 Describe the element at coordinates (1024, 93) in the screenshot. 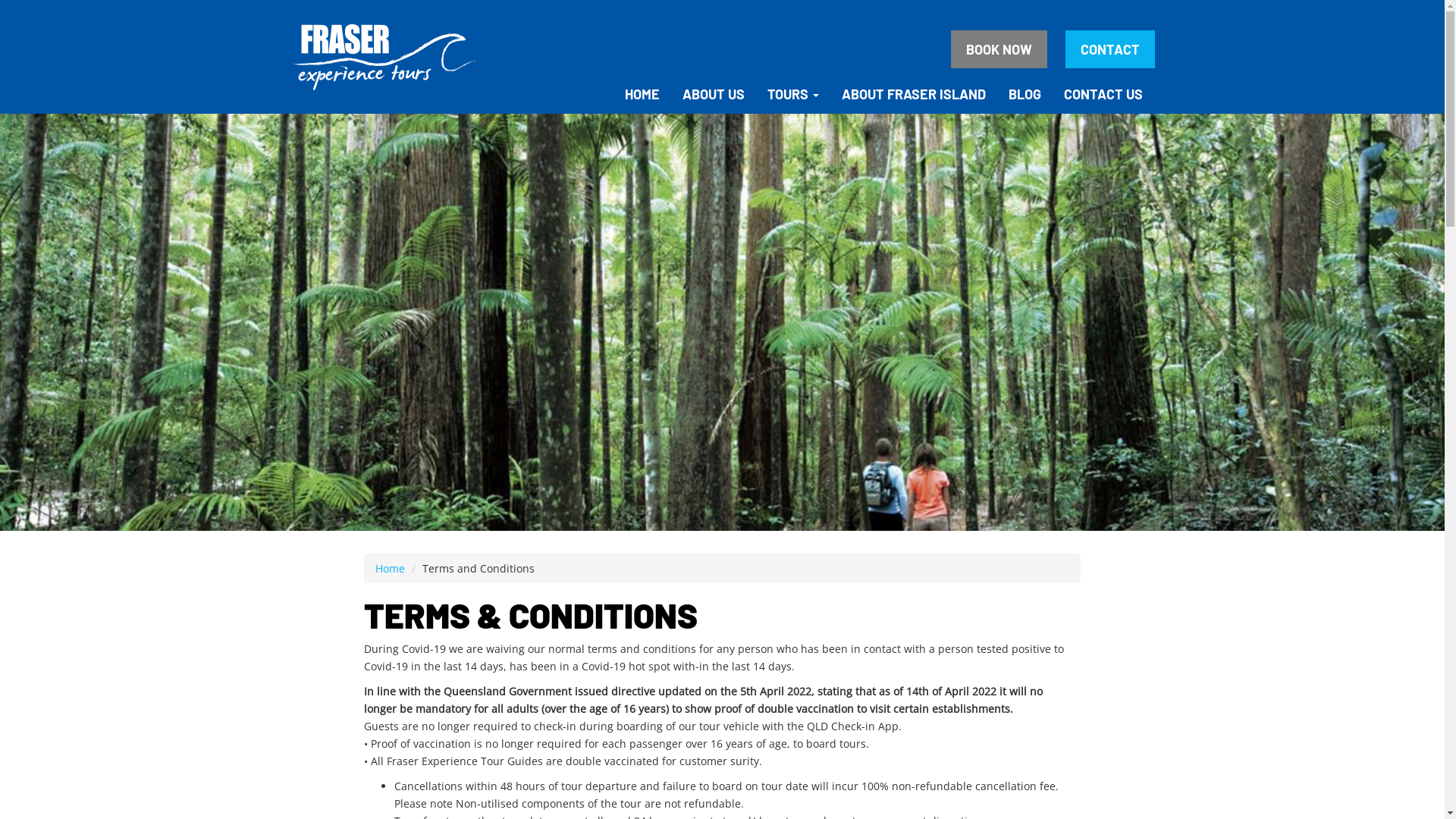

I see `'BLOG'` at that location.